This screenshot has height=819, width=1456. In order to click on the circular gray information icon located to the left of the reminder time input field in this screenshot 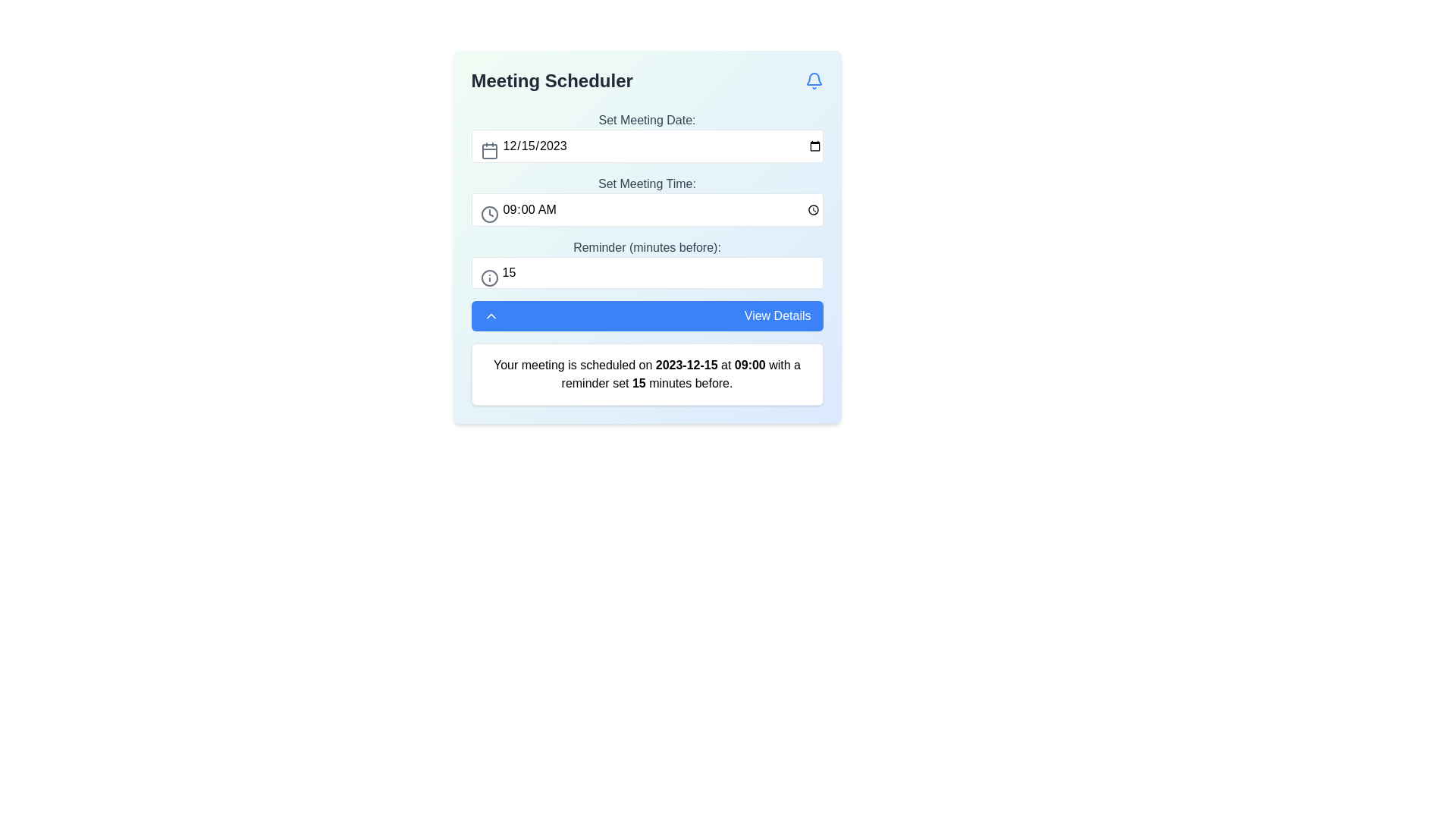, I will do `click(489, 278)`.